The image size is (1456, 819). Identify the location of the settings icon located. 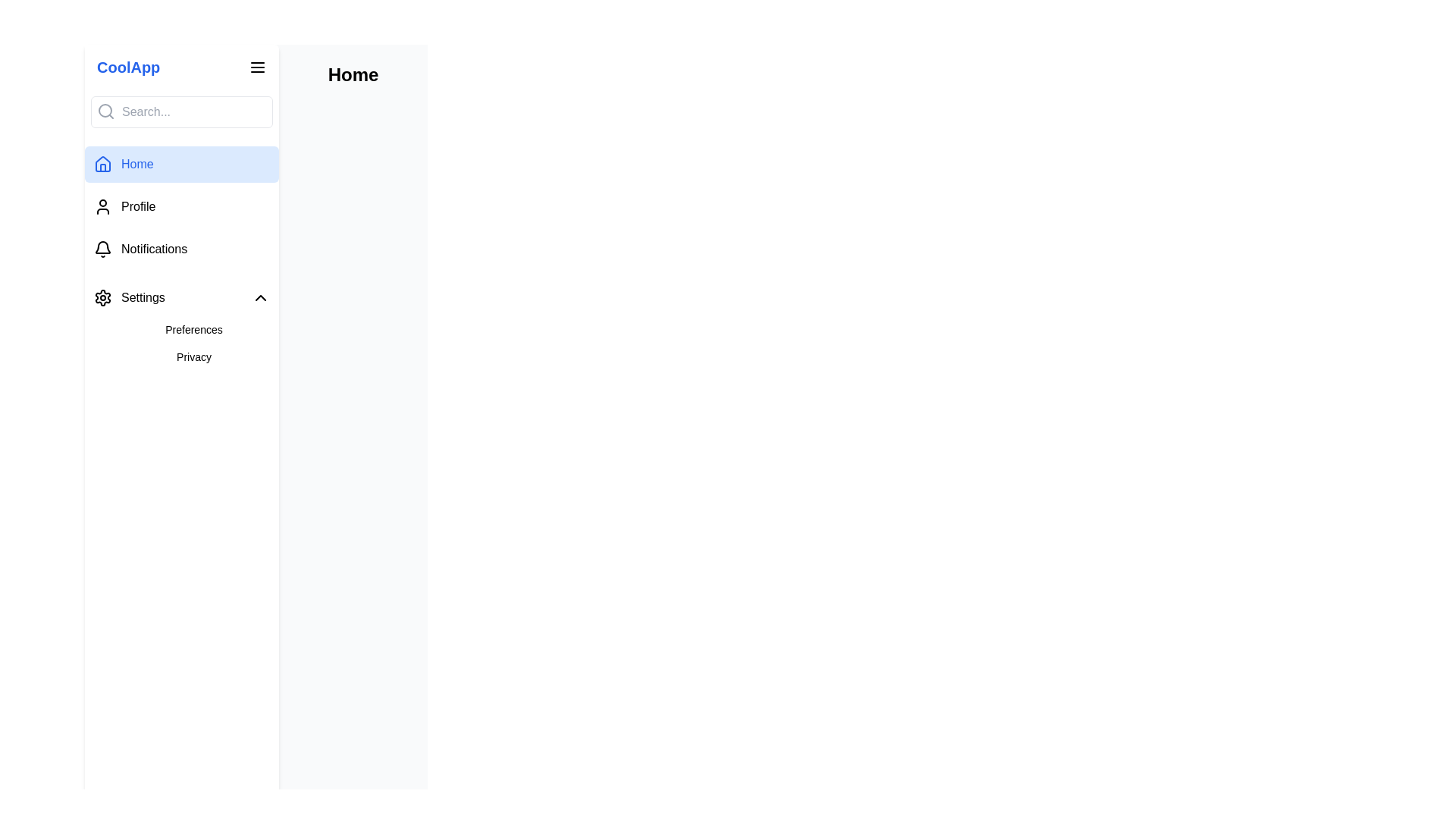
(102, 298).